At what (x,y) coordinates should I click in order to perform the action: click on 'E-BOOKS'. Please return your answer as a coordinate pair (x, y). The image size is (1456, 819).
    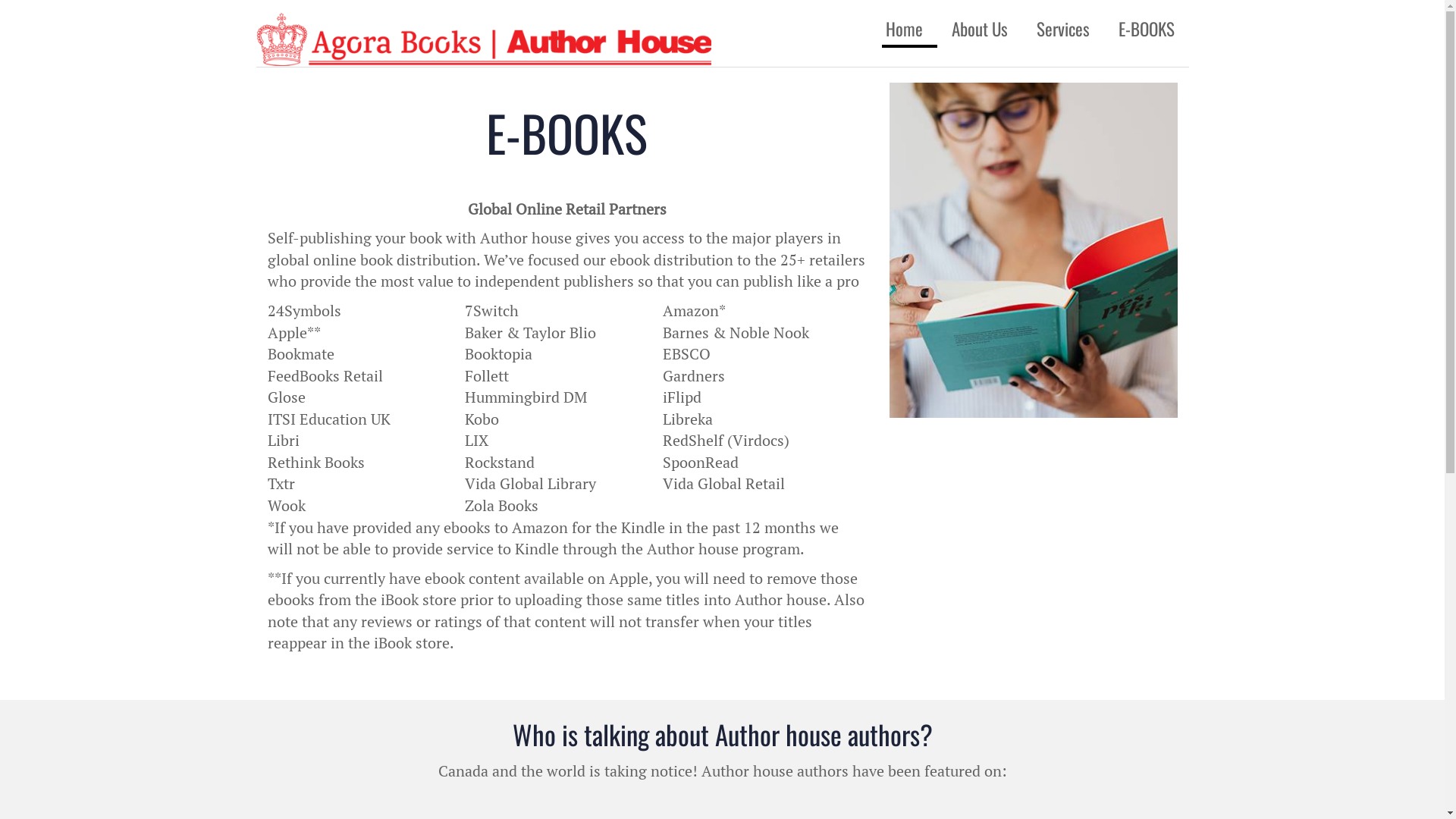
    Looking at the image, I should click on (1147, 29).